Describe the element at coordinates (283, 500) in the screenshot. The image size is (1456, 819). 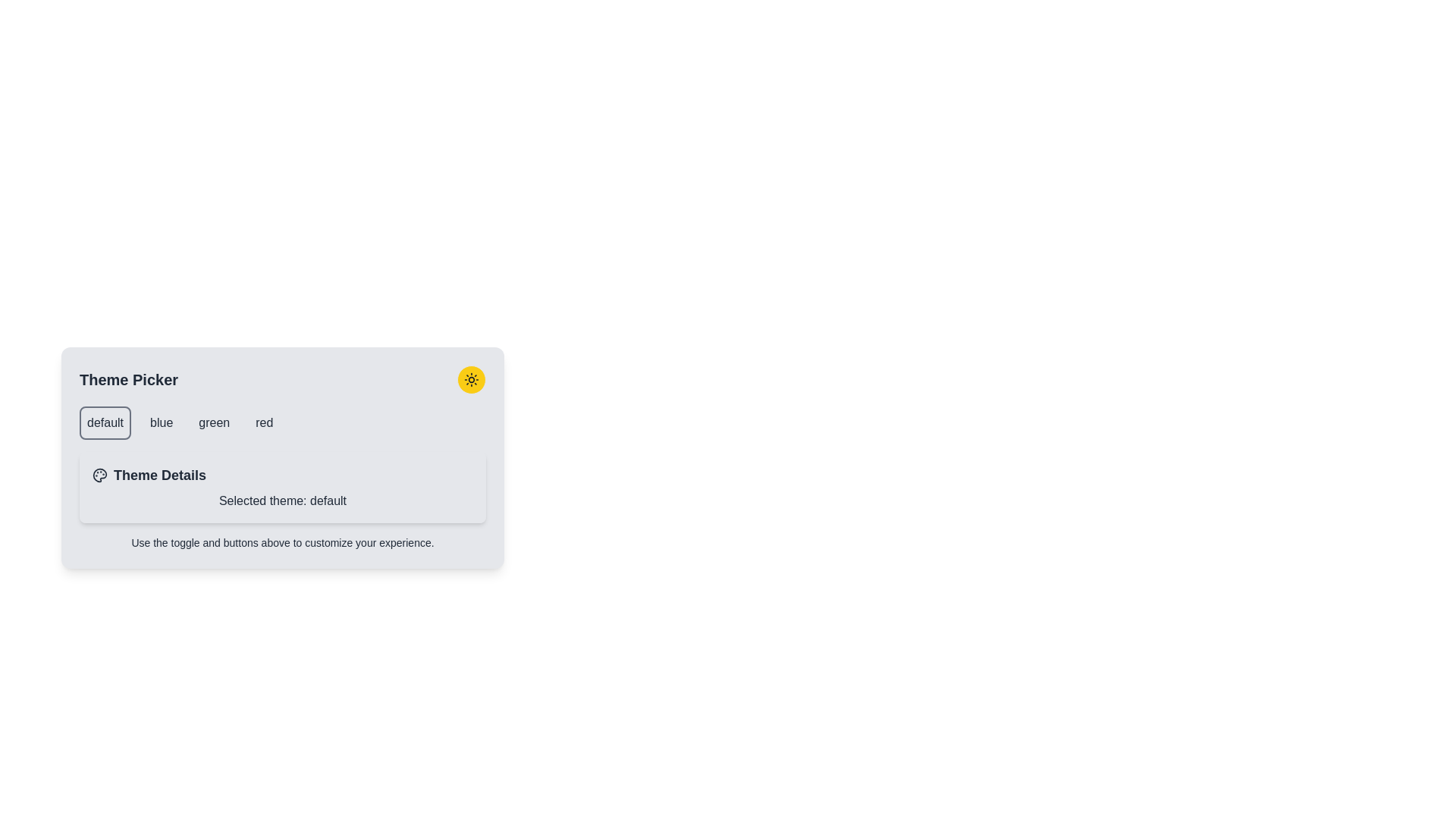
I see `content displayed in the Text Label that shows the currently selected theme 'default', located in the 'Theme Details' section below the title` at that location.